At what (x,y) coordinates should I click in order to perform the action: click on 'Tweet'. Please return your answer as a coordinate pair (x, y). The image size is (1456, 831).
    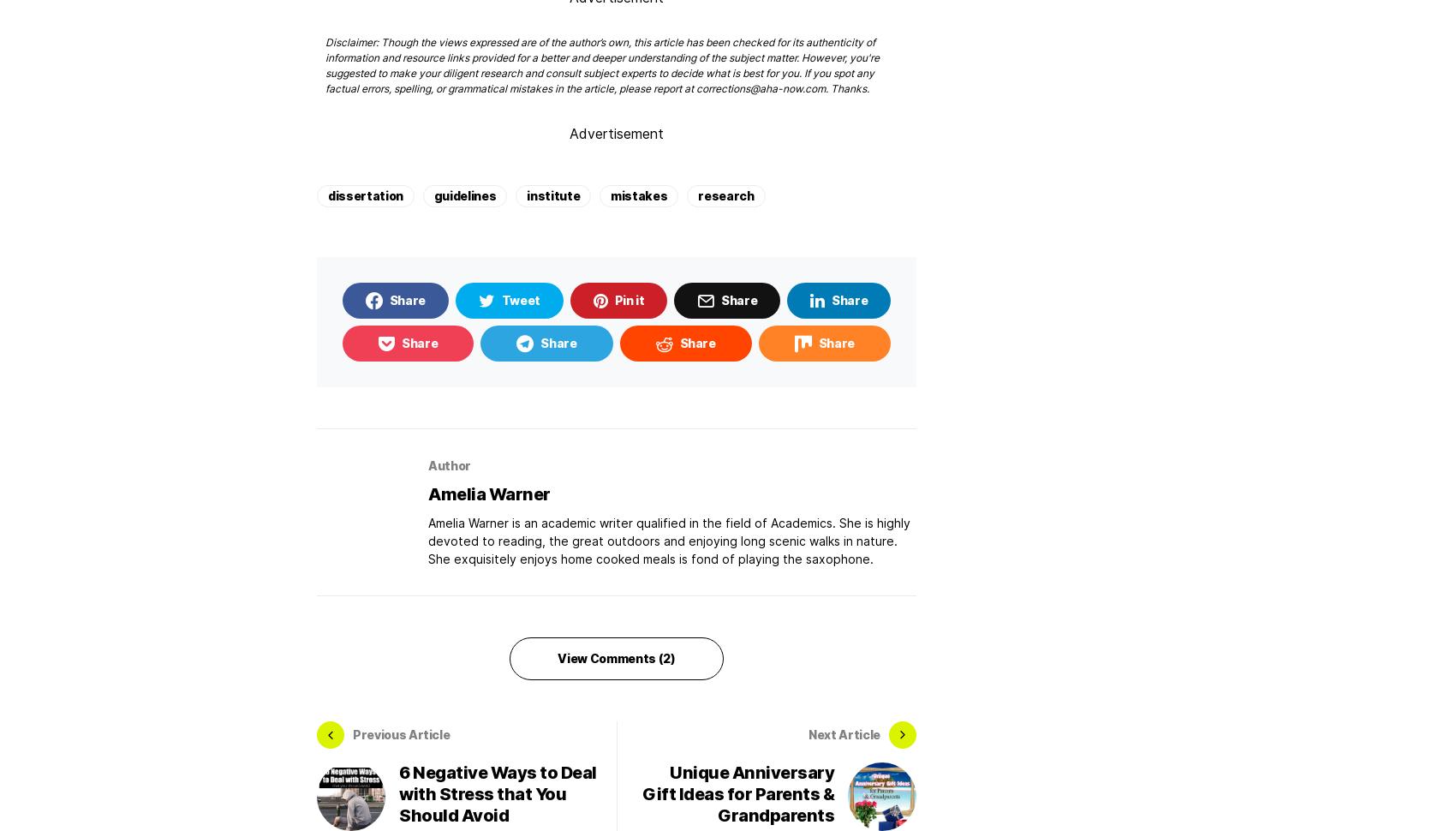
    Looking at the image, I should click on (499, 298).